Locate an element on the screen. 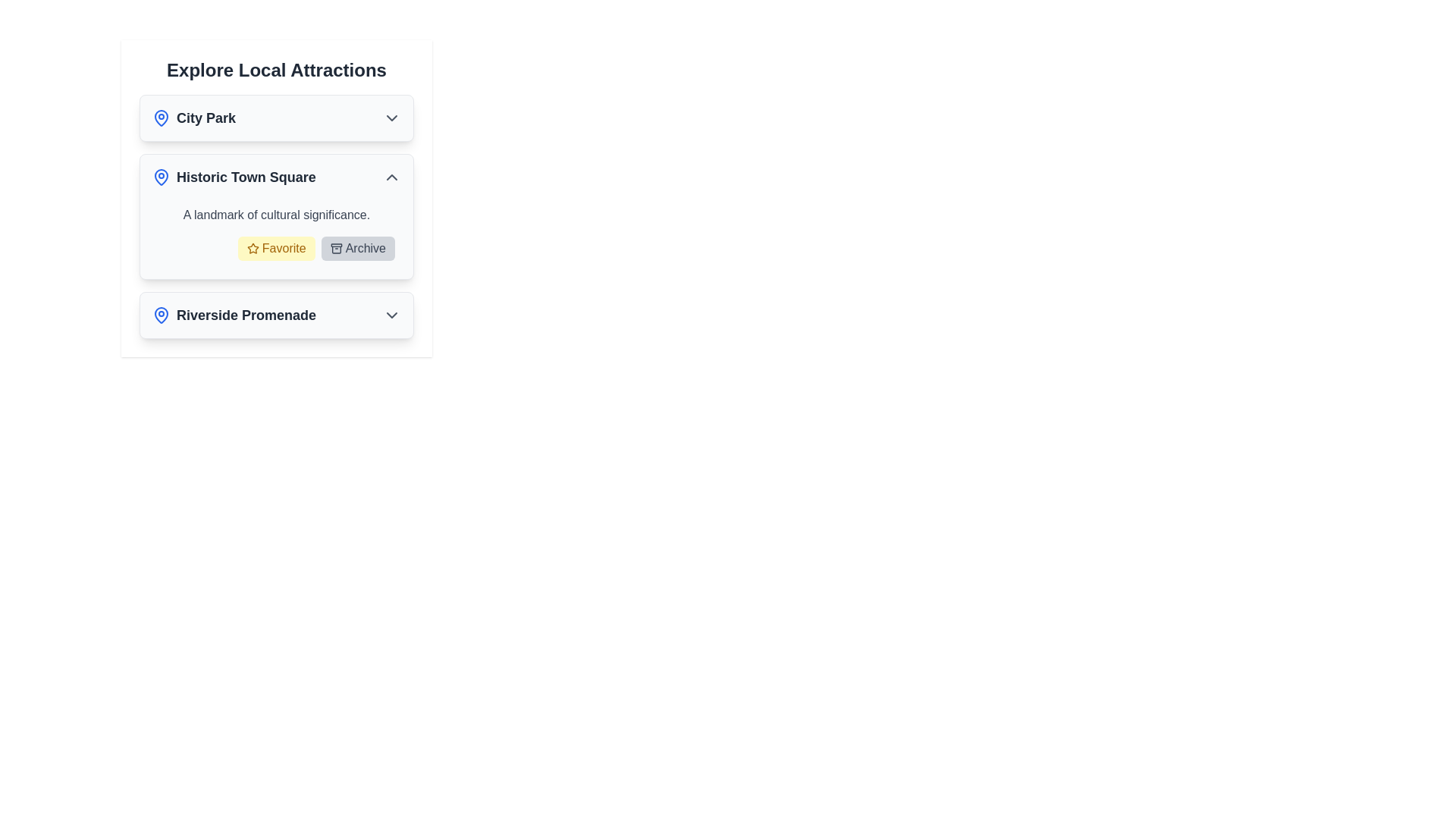  the 'City Park' text label, which is styled in a semi-bold, large dark gray font and positioned to the right of a blue location icon under the header 'Explore Local Attractions' is located at coordinates (206, 117).